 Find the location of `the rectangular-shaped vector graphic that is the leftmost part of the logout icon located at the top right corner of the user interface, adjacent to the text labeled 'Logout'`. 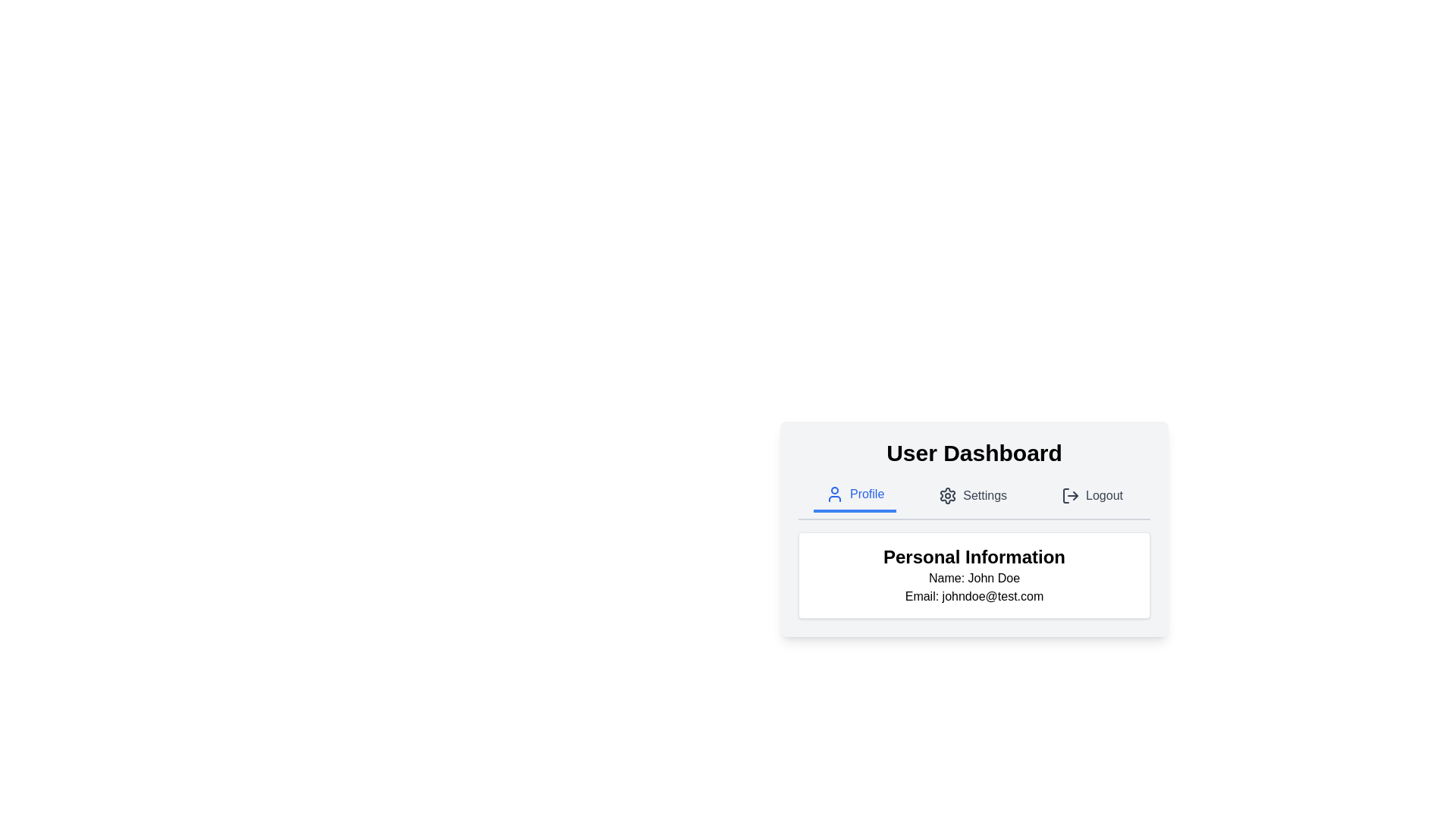

the rectangular-shaped vector graphic that is the leftmost part of the logout icon located at the top right corner of the user interface, adjacent to the text labeled 'Logout' is located at coordinates (1065, 496).